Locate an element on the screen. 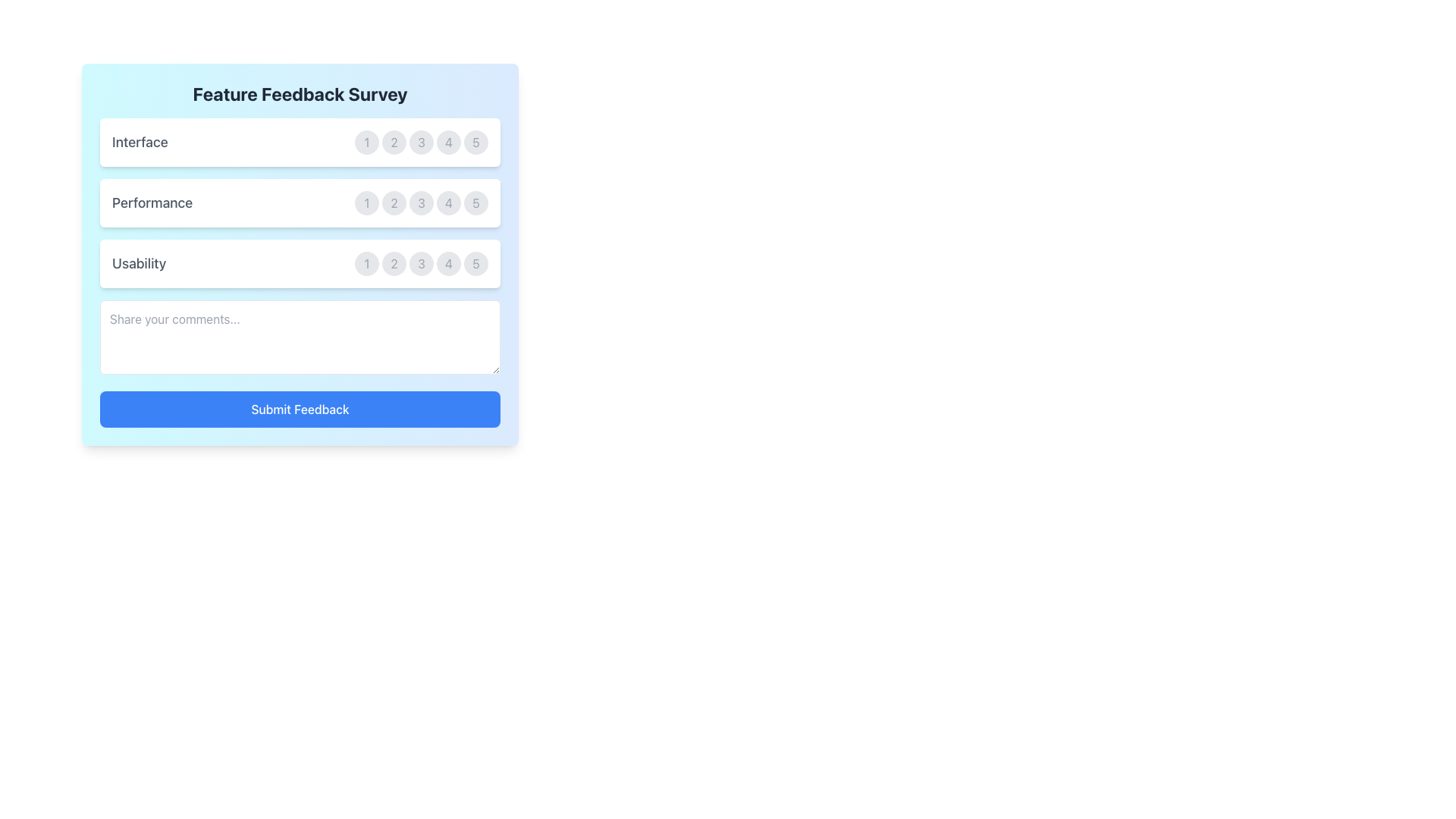 This screenshot has width=1456, height=819. and drop the Text Area for user feedback located below the usability feedback section and above the 'Submit Feedback' button is located at coordinates (300, 336).